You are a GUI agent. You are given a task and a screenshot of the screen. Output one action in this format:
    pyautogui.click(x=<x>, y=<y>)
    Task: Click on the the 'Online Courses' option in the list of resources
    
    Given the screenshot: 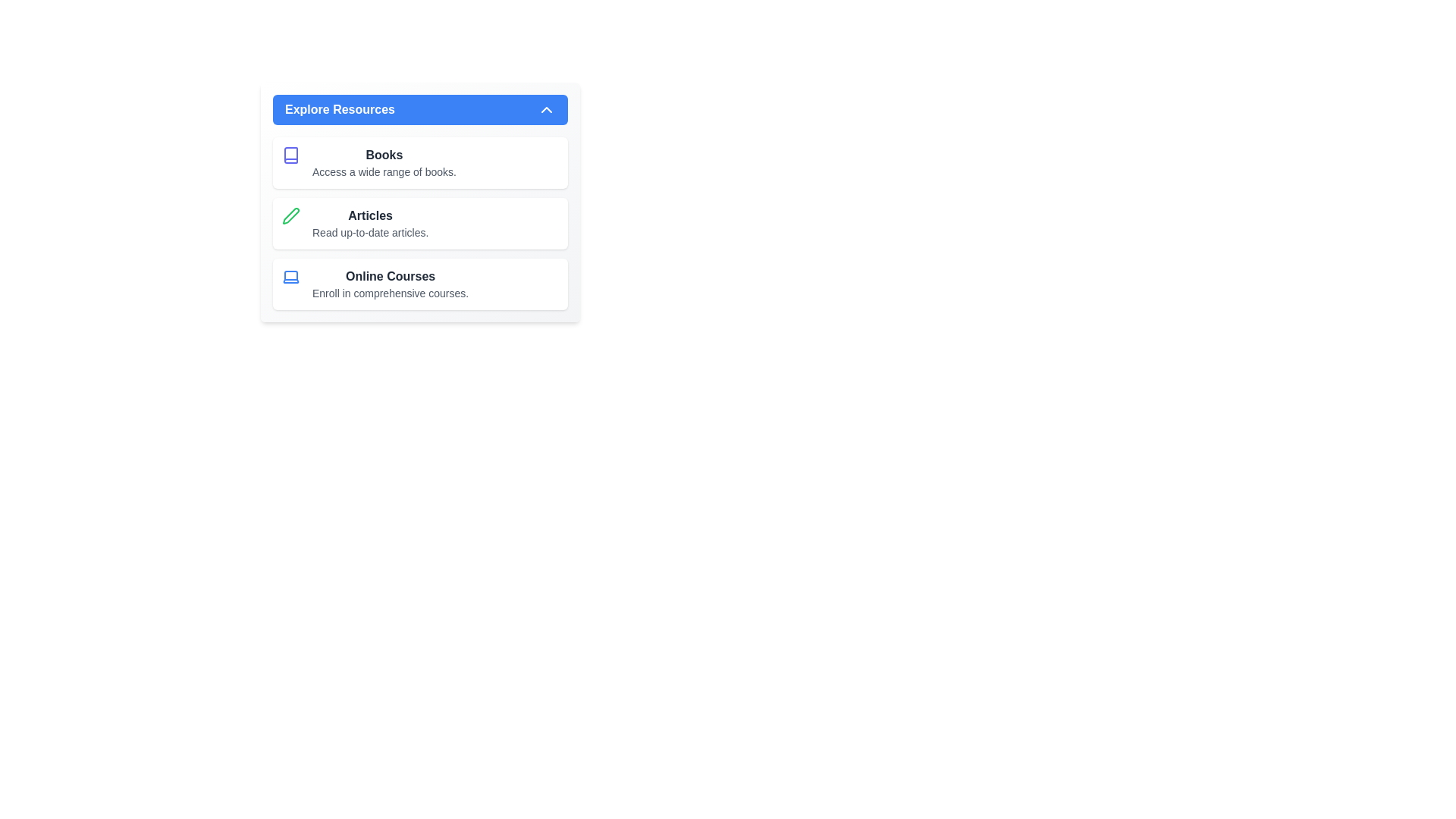 What is the action you would take?
    pyautogui.click(x=391, y=284)
    